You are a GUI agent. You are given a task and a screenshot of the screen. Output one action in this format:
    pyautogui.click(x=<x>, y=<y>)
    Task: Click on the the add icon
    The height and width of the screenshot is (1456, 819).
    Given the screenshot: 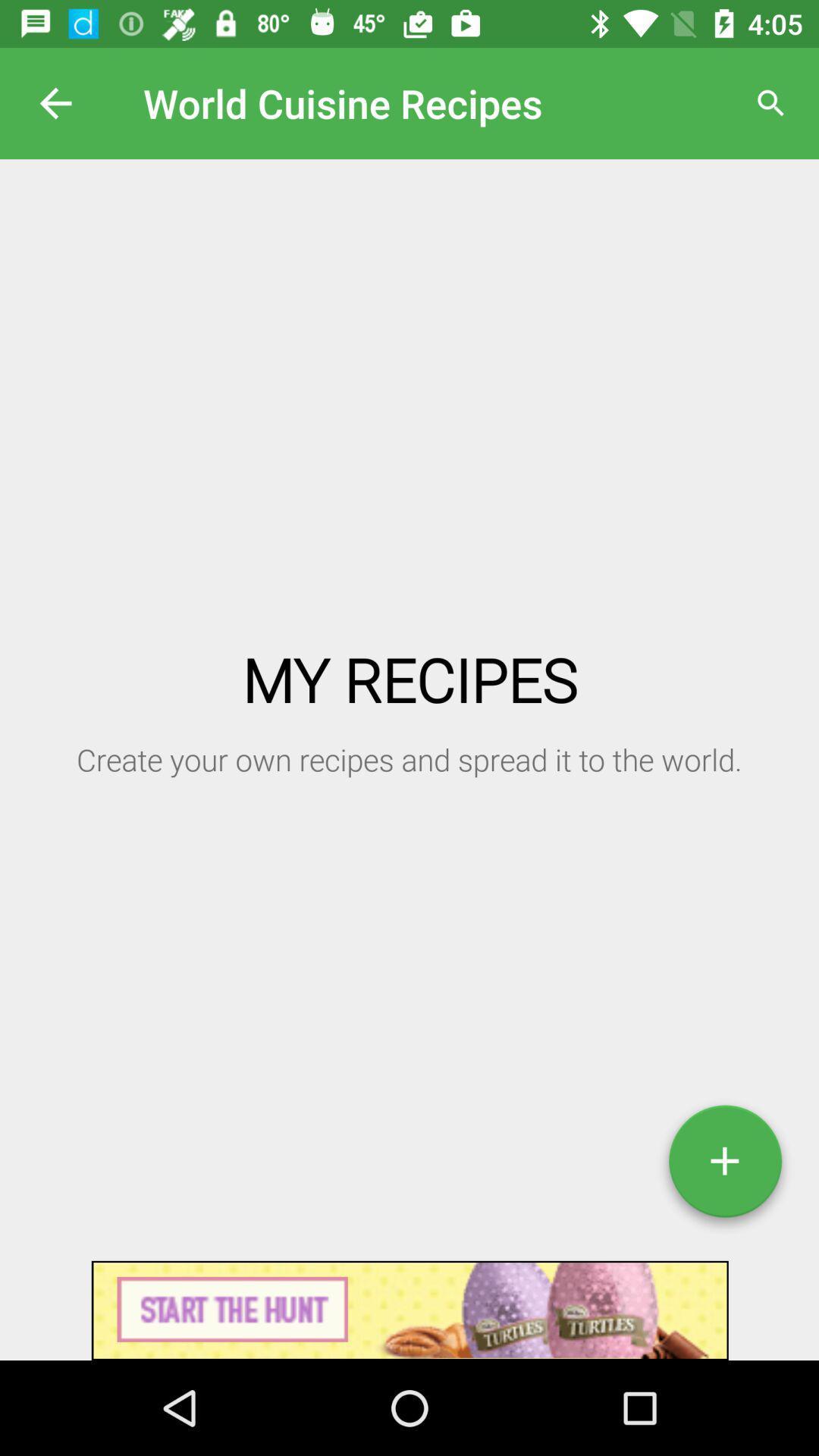 What is the action you would take?
    pyautogui.click(x=724, y=1166)
    